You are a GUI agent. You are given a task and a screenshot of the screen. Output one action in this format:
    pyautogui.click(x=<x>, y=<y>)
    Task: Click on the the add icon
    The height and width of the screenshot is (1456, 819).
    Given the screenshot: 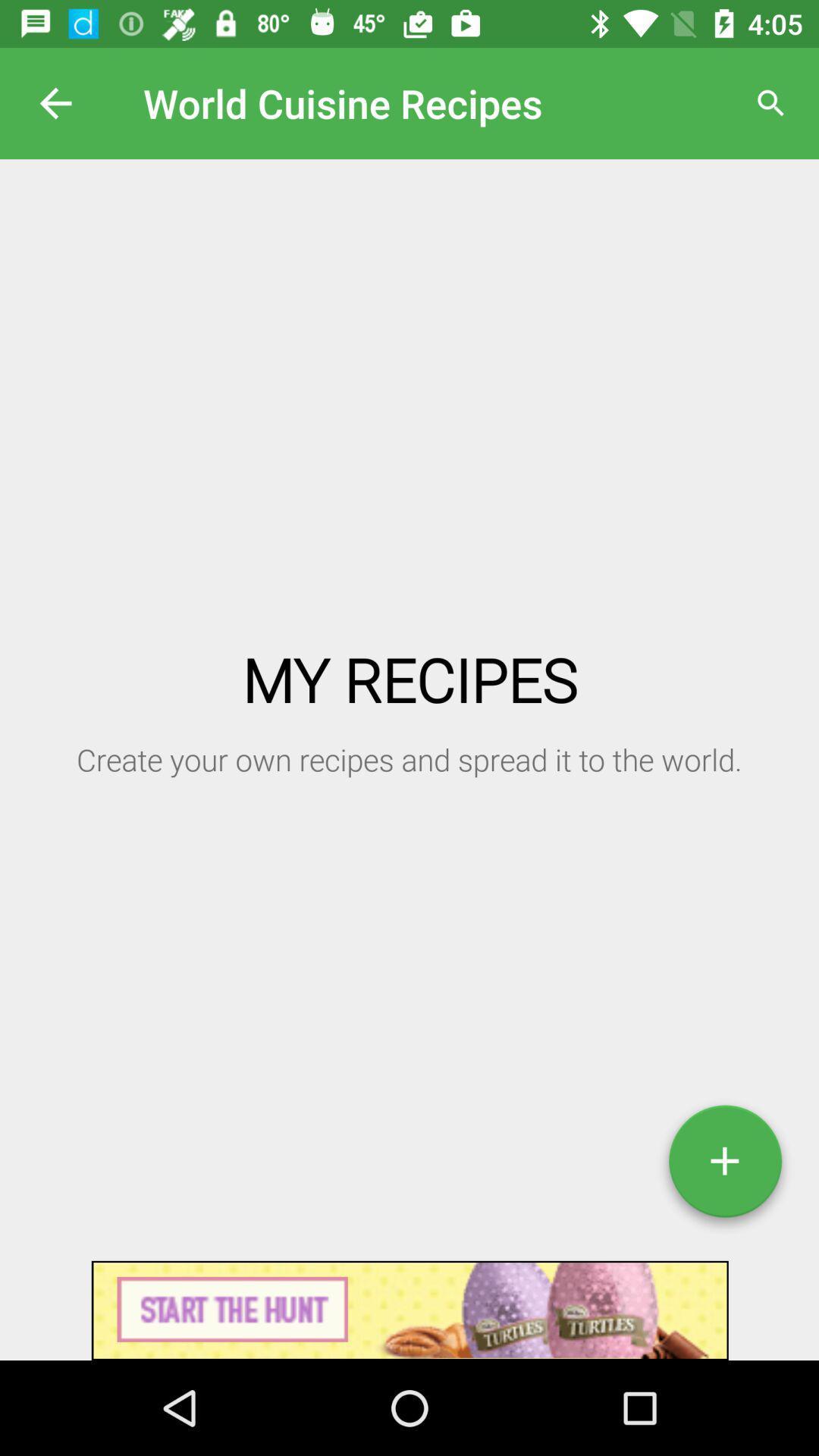 What is the action you would take?
    pyautogui.click(x=724, y=1166)
    